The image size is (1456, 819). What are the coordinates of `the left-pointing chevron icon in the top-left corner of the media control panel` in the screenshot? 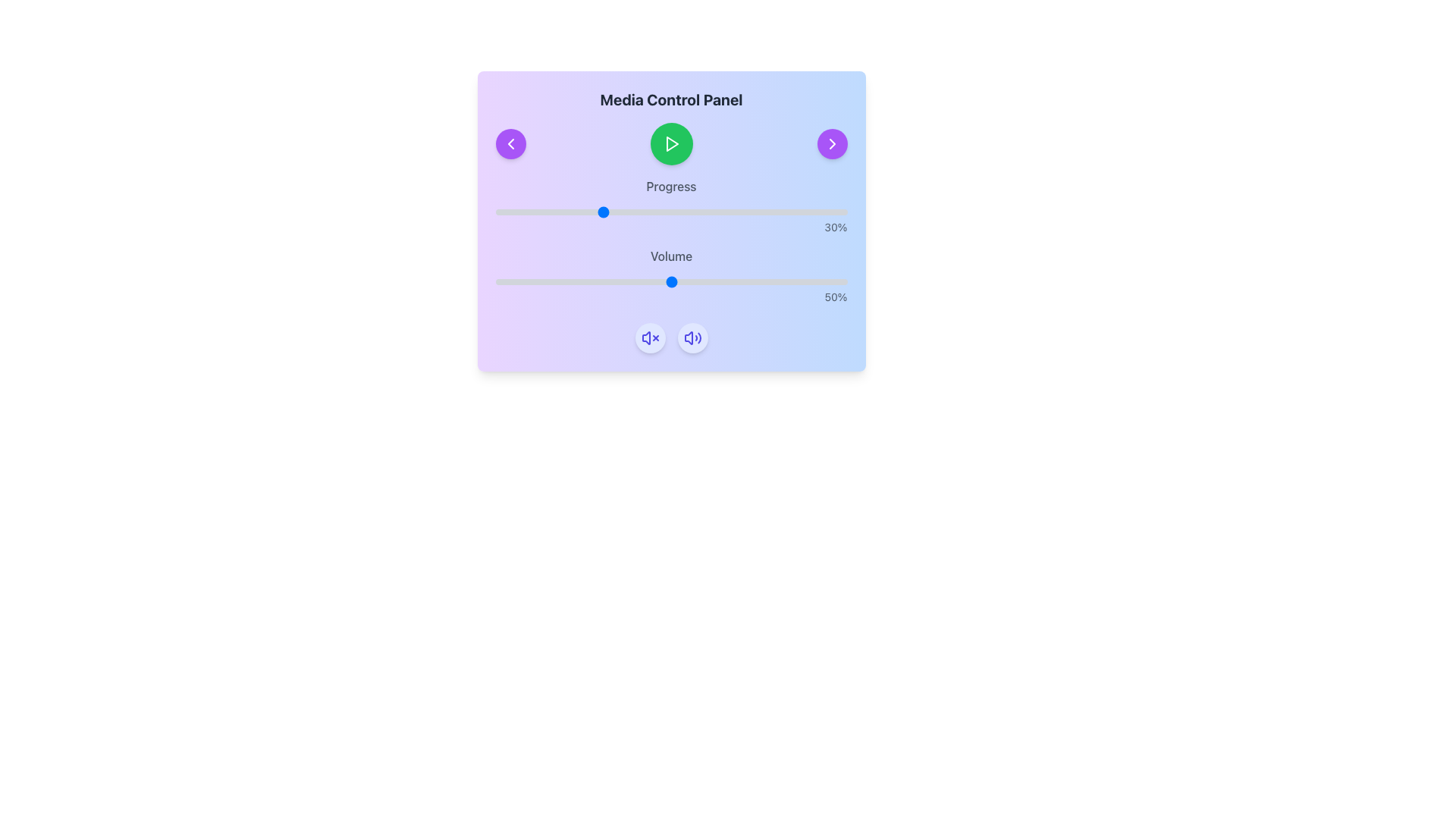 It's located at (510, 143).